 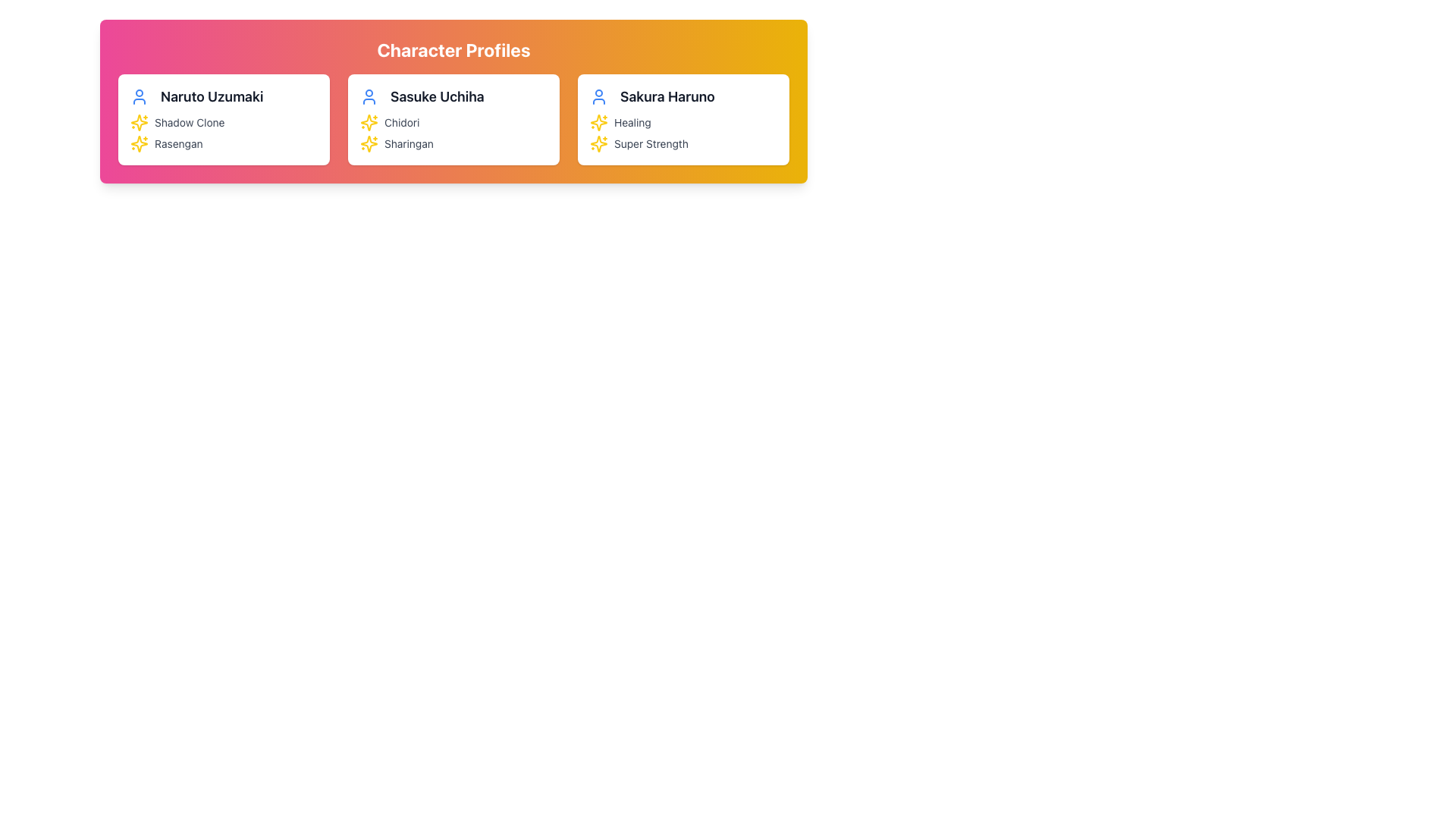 I want to click on the yellow star-like icon located below the title in the 'Sasuke Uchiha' card, so click(x=598, y=122).